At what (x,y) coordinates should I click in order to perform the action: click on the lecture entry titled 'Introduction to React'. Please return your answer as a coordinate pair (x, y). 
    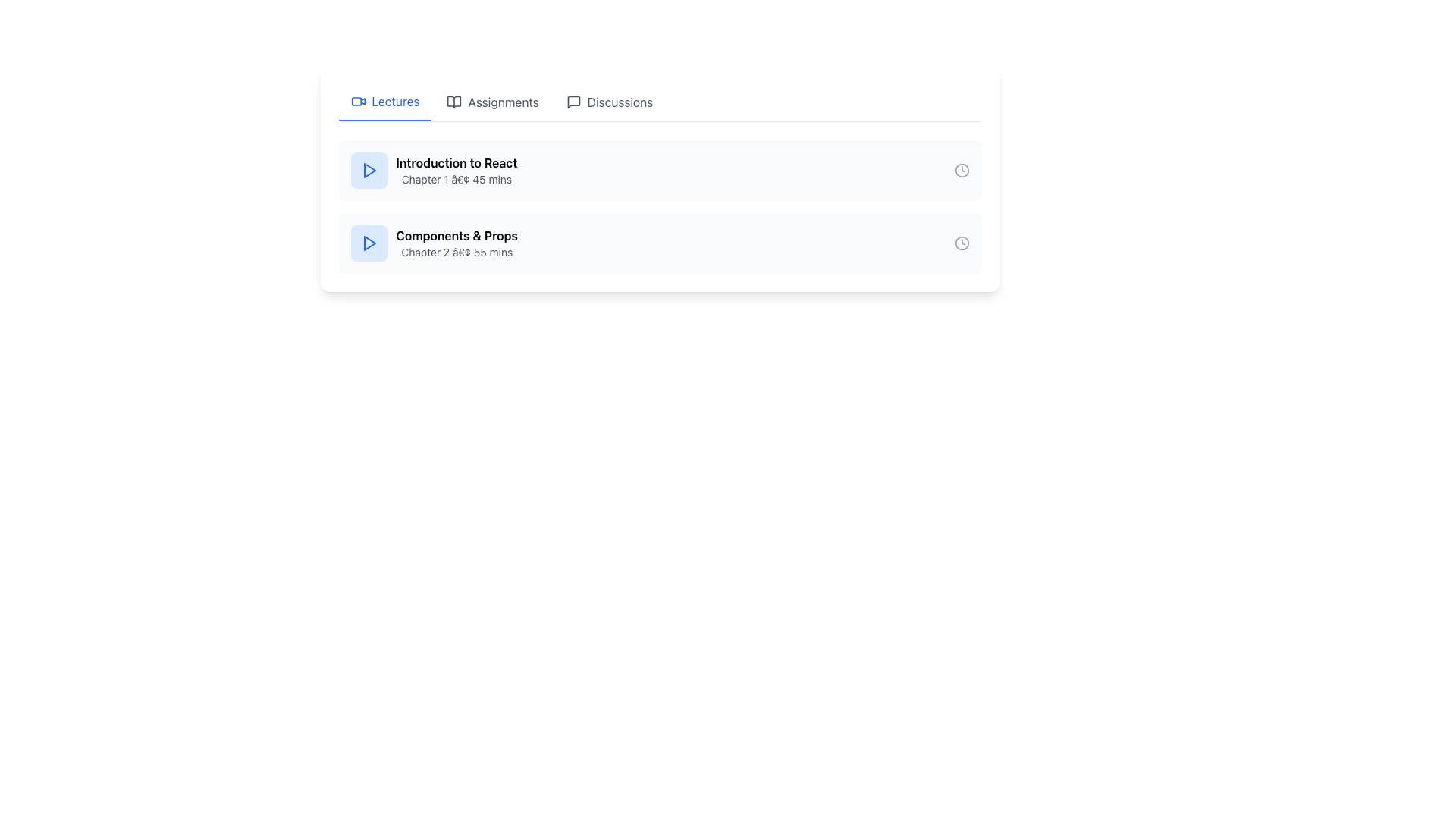
    Looking at the image, I should click on (660, 177).